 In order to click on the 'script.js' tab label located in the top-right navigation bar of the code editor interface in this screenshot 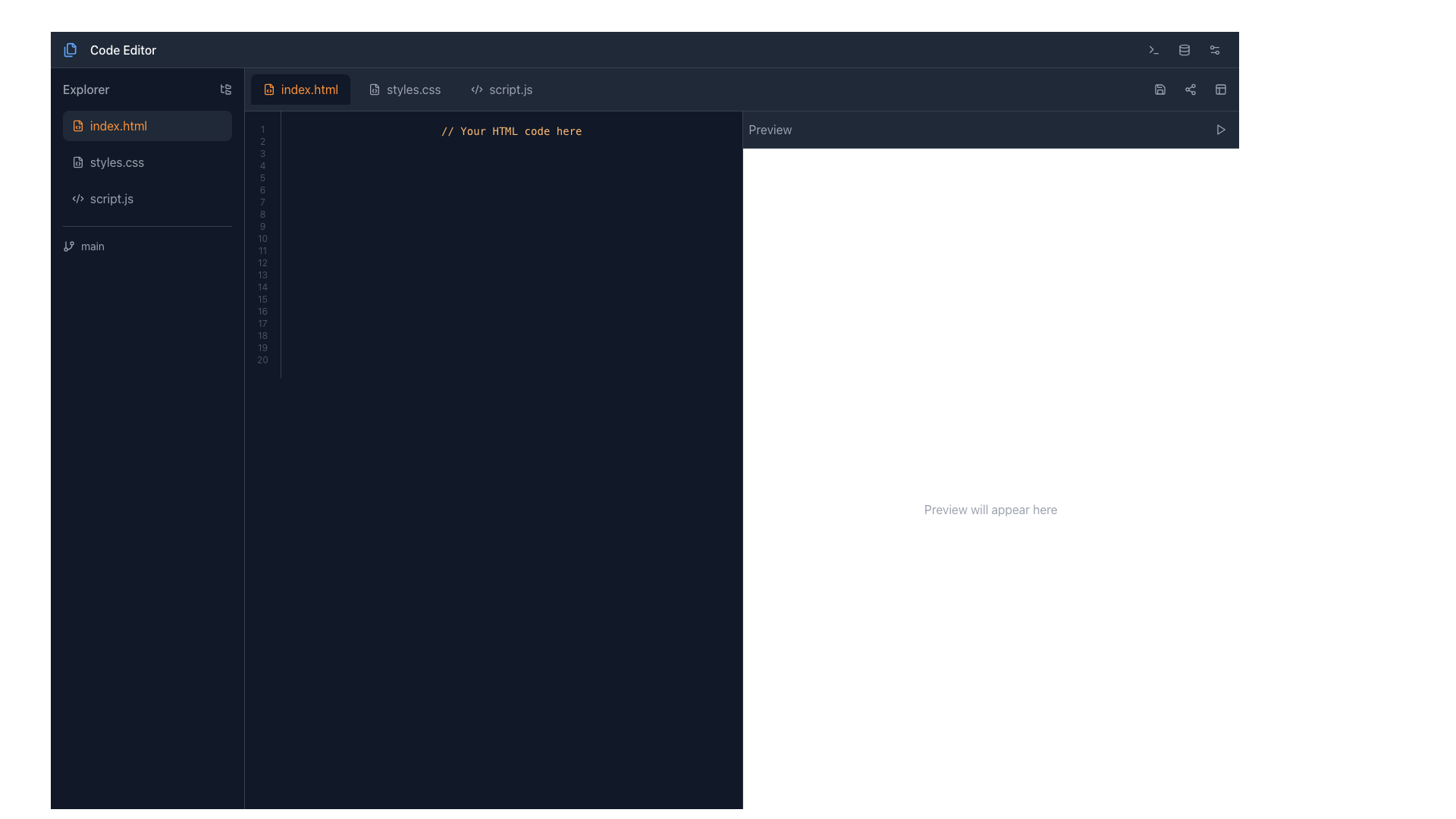, I will do `click(510, 89)`.